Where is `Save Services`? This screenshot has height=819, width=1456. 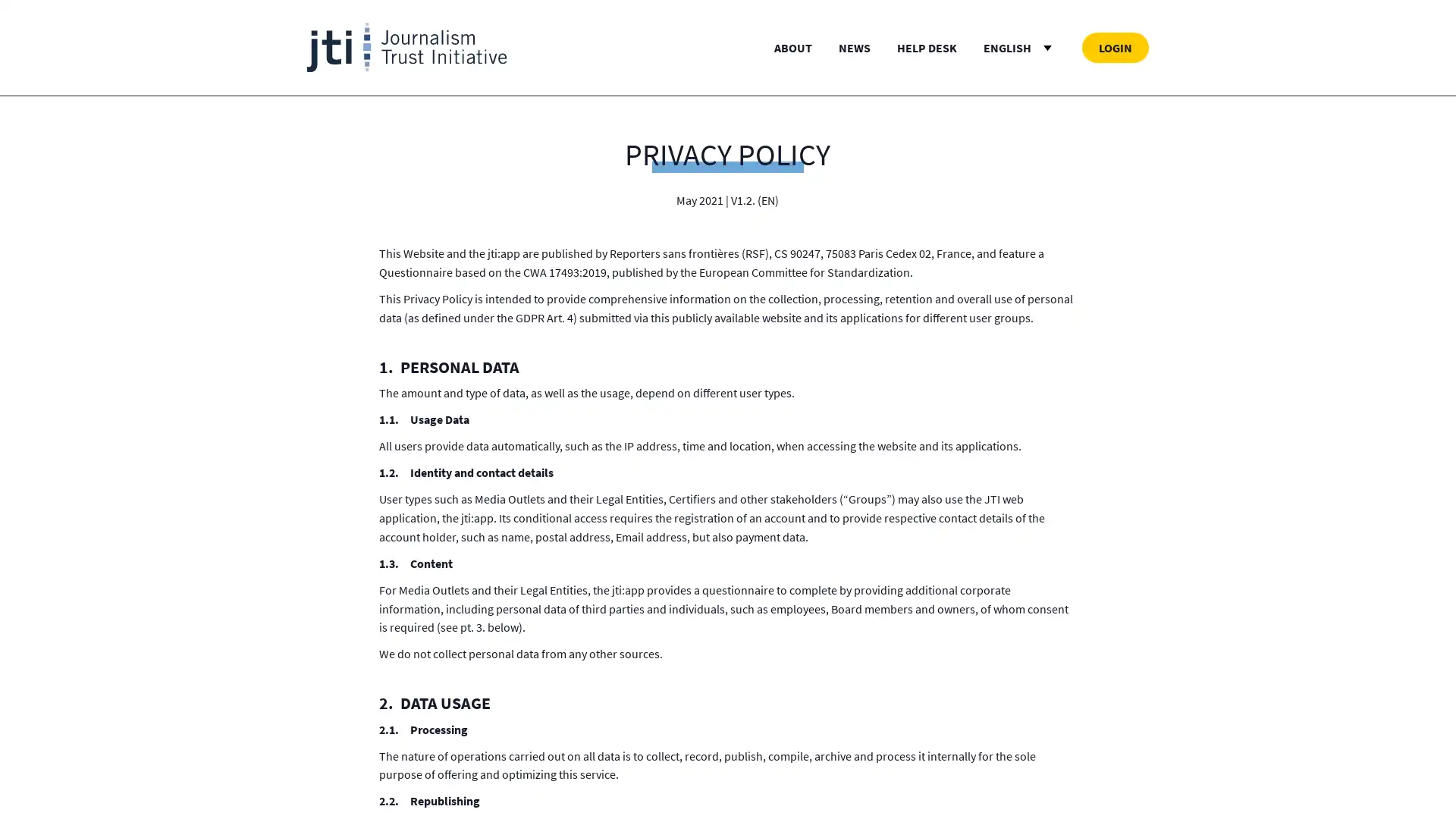 Save Services is located at coordinates (578, 496).